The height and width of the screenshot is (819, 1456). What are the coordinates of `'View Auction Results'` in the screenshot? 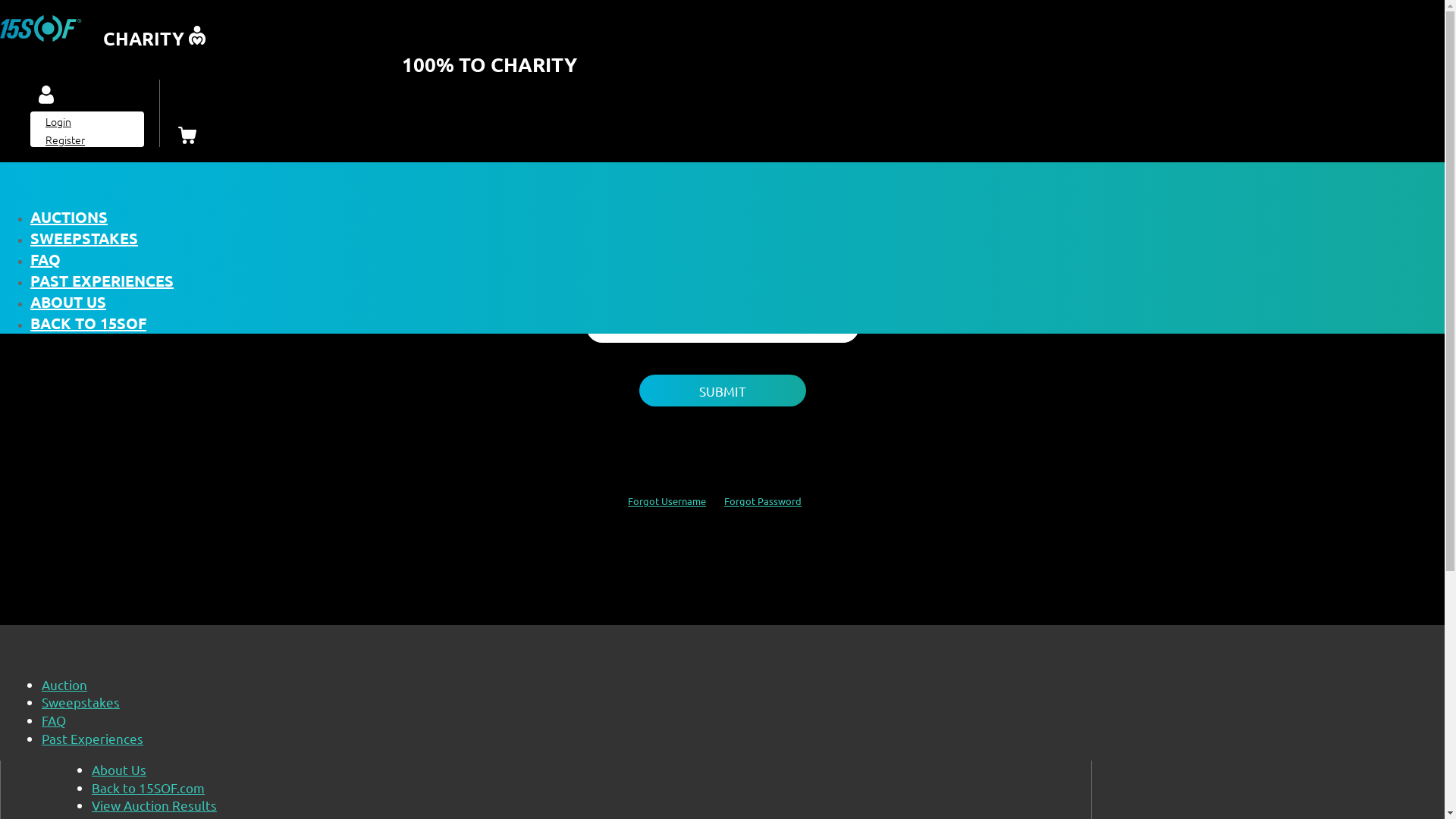 It's located at (154, 804).